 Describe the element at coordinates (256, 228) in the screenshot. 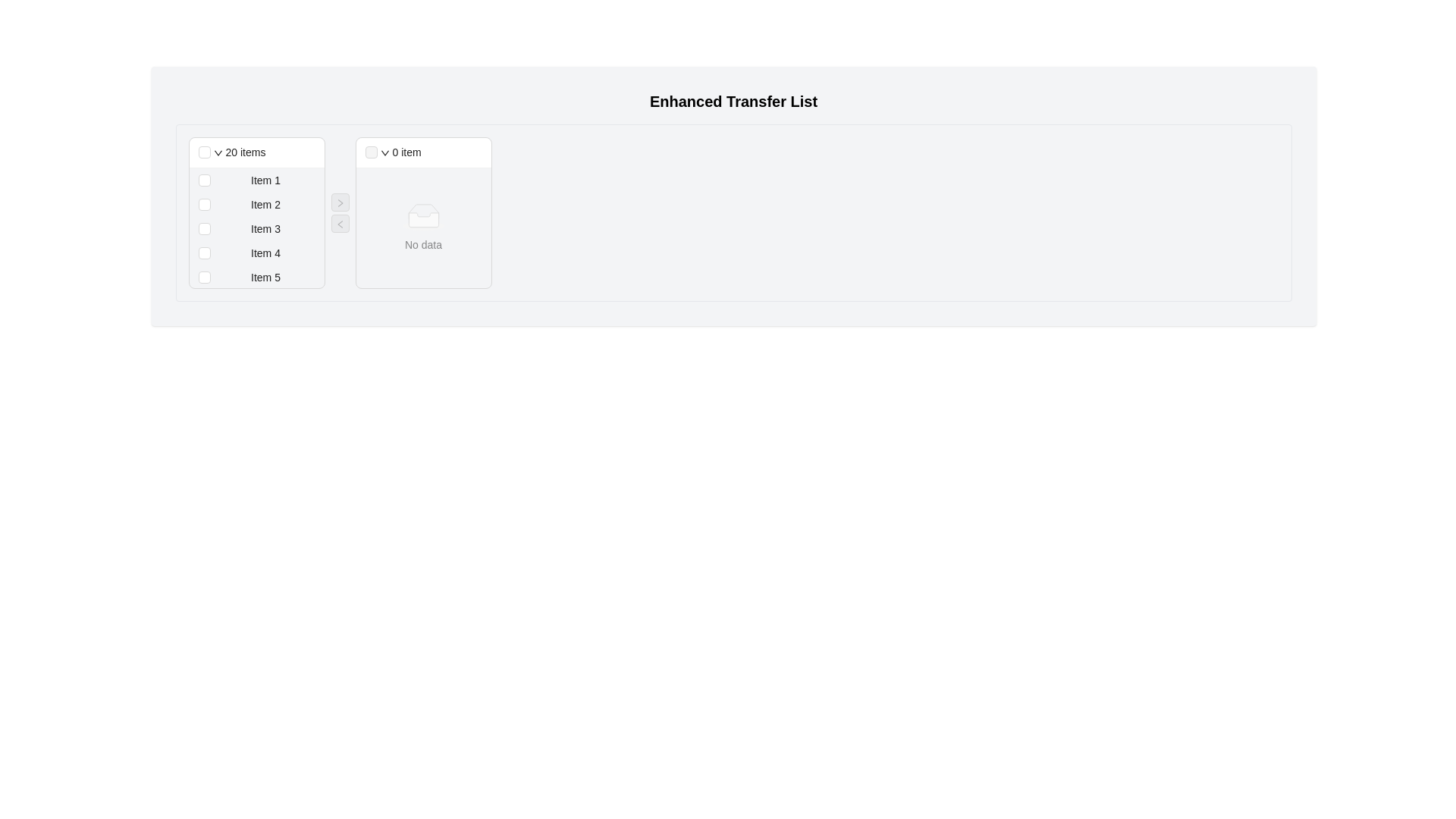

I see `the checkbox of the list item labeled 'Item 3'` at that location.